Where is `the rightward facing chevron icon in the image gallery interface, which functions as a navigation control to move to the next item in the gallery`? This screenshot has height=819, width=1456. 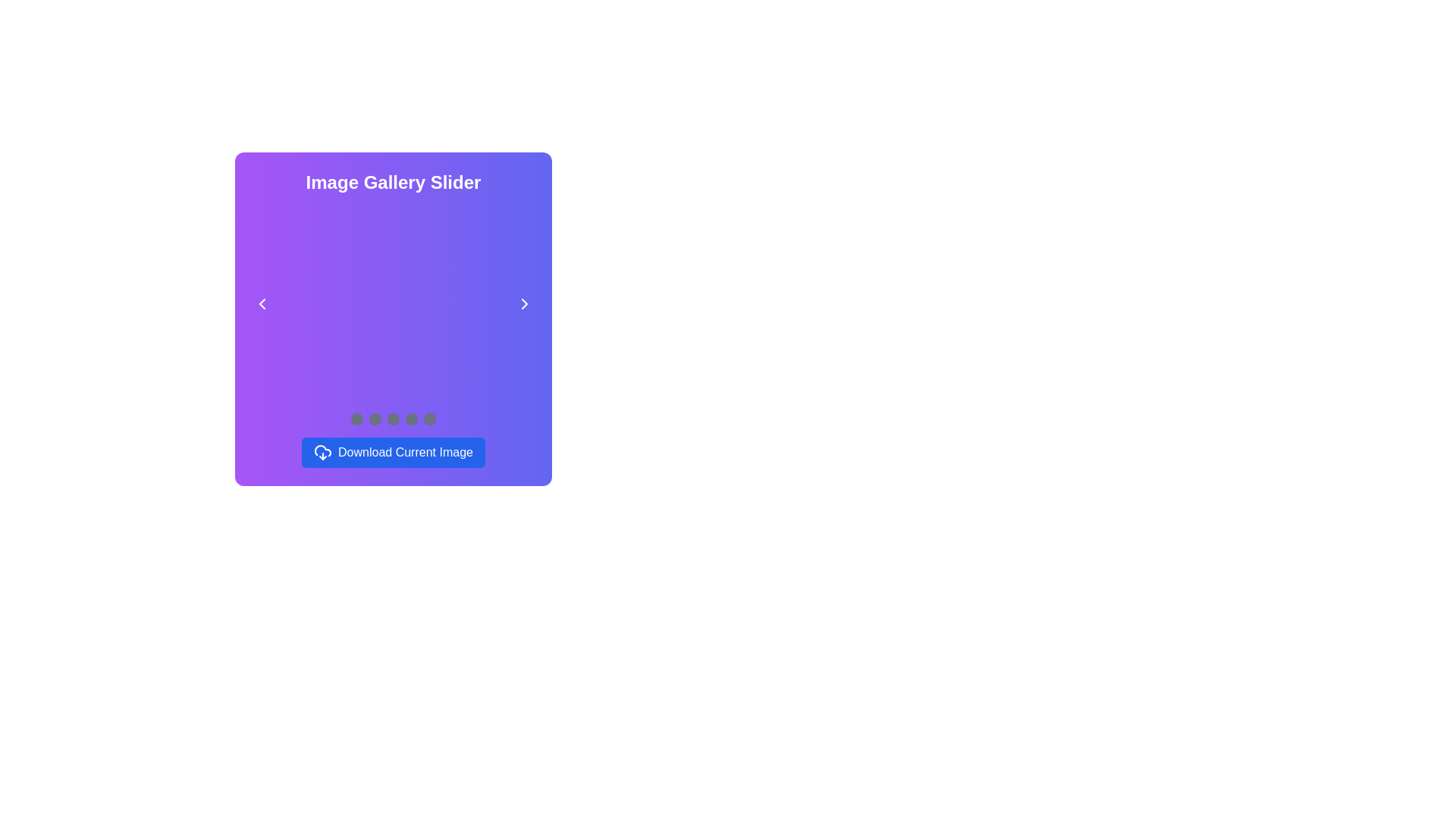
the rightward facing chevron icon in the image gallery interface, which functions as a navigation control to move to the next item in the gallery is located at coordinates (524, 304).